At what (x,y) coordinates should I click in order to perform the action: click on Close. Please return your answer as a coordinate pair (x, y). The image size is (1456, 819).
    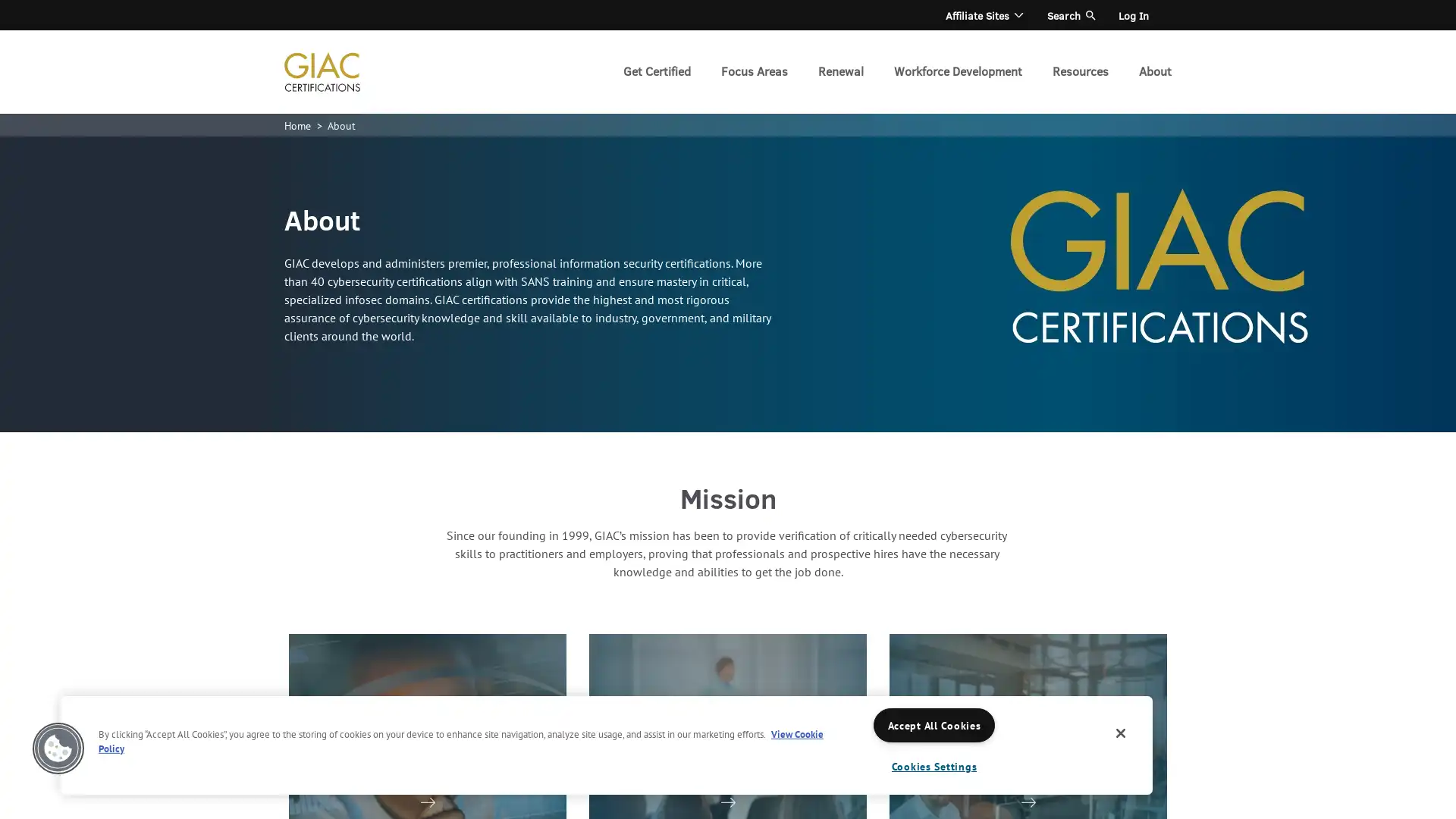
    Looking at the image, I should click on (1121, 733).